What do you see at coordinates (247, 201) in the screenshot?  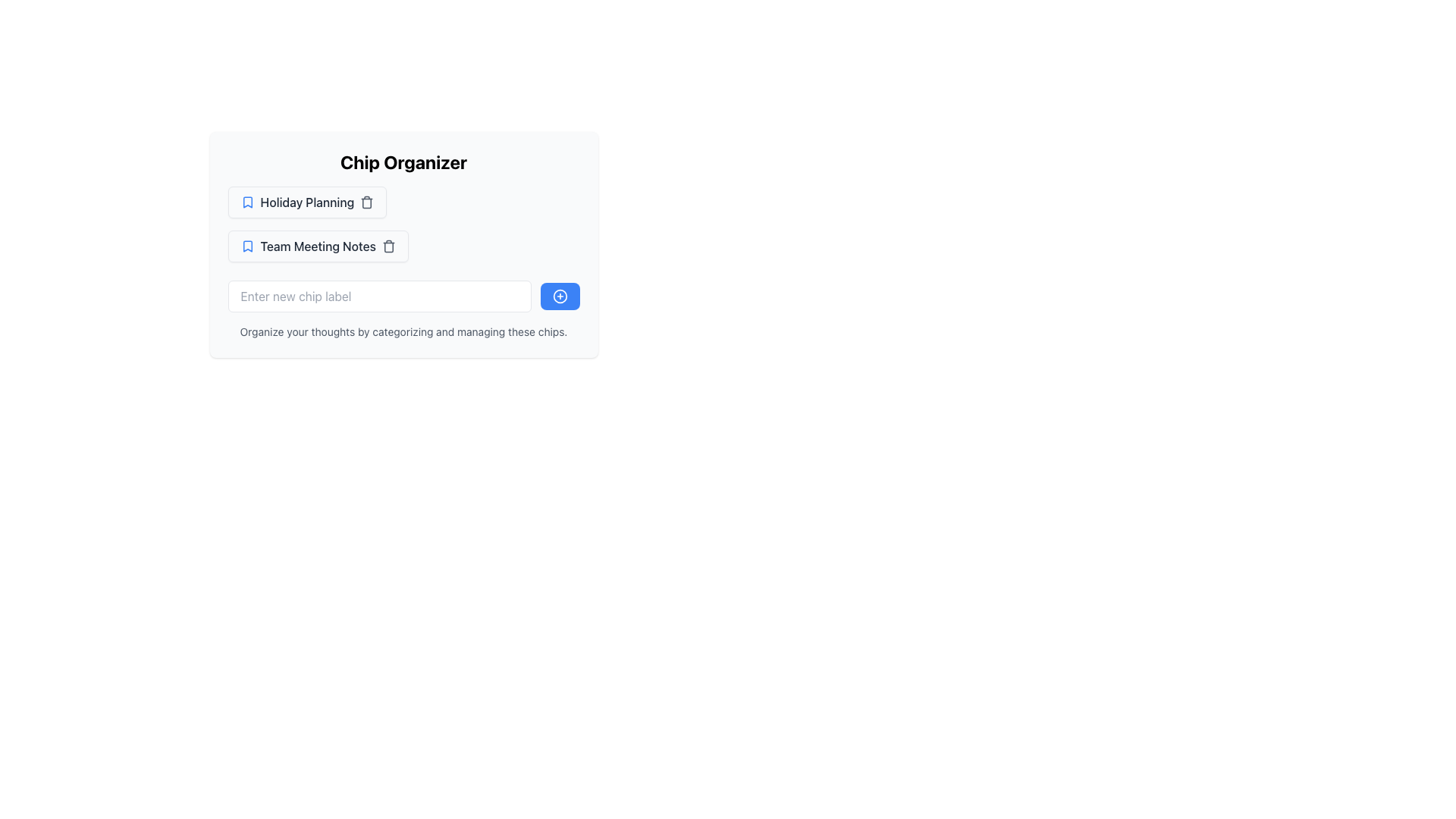 I see `the bookmark icon visually indicating the label 'Holiday Planning', located to the left of the text within the categorized chip` at bounding box center [247, 201].